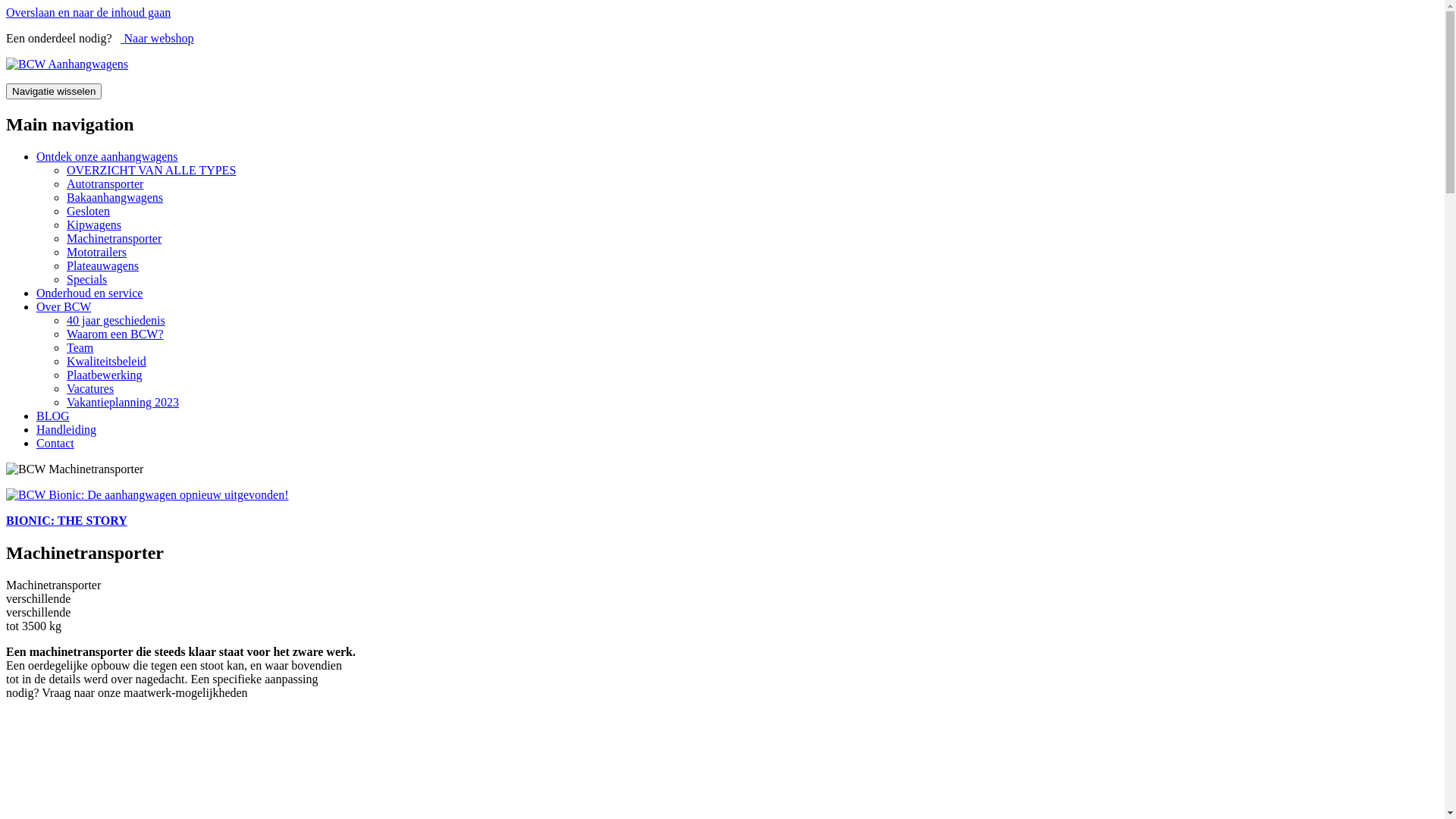 The height and width of the screenshot is (819, 1456). I want to click on 'Gesloten', so click(87, 211).